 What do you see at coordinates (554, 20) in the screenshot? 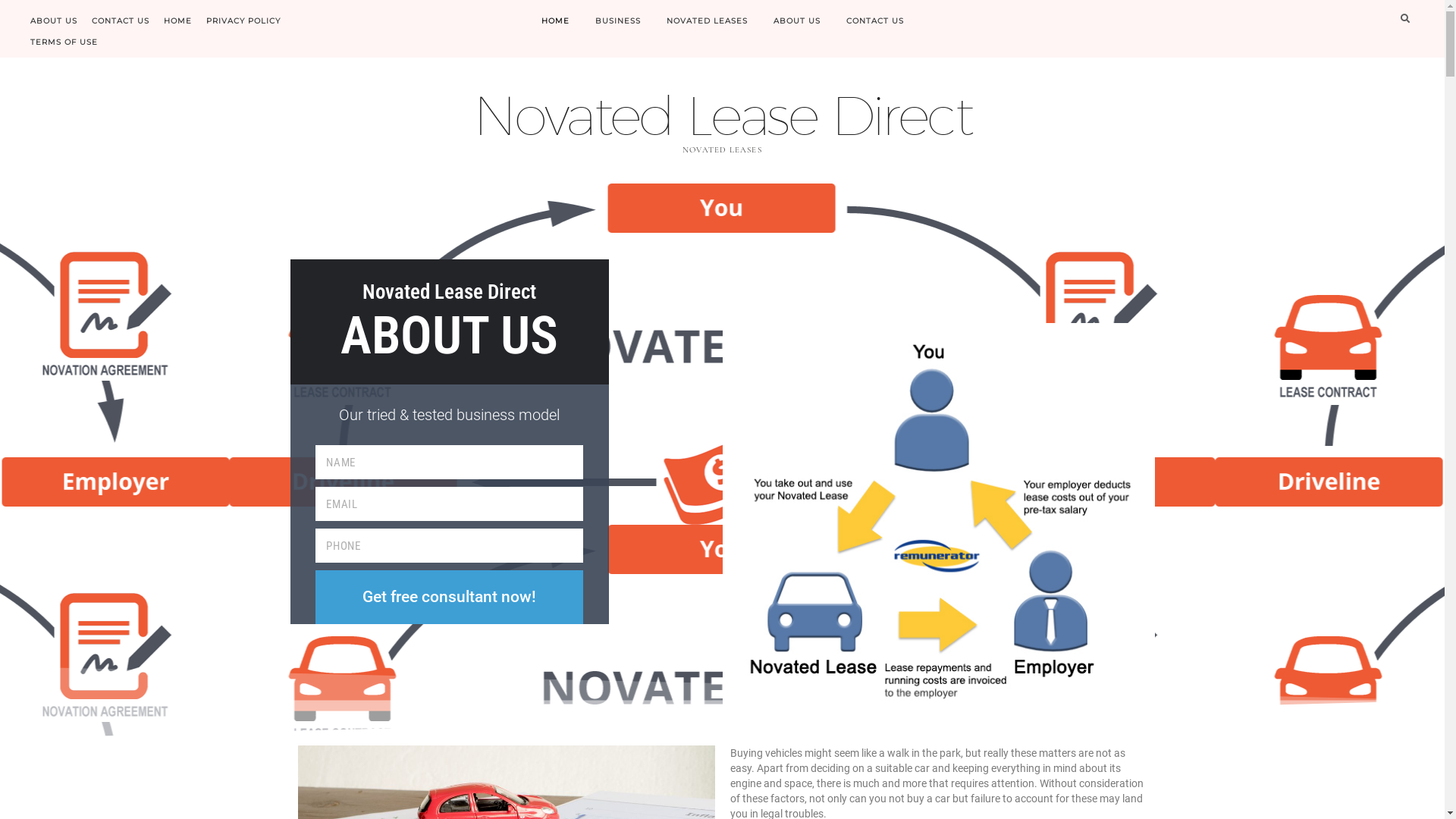
I see `'HOME'` at bounding box center [554, 20].